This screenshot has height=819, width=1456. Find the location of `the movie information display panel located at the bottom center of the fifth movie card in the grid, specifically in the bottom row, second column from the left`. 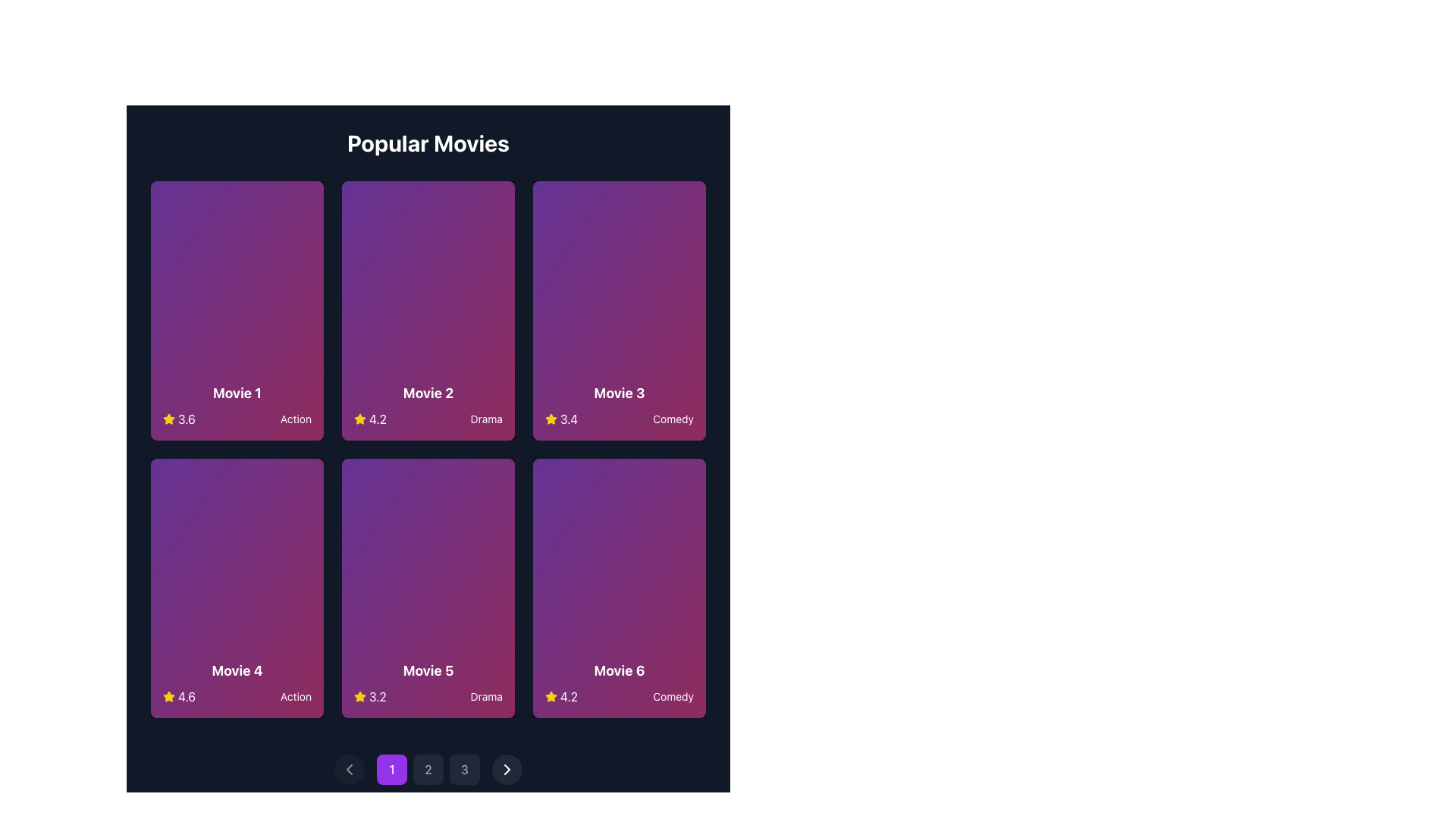

the movie information display panel located at the bottom center of the fifth movie card in the grid, specifically in the bottom row, second column from the left is located at coordinates (428, 683).